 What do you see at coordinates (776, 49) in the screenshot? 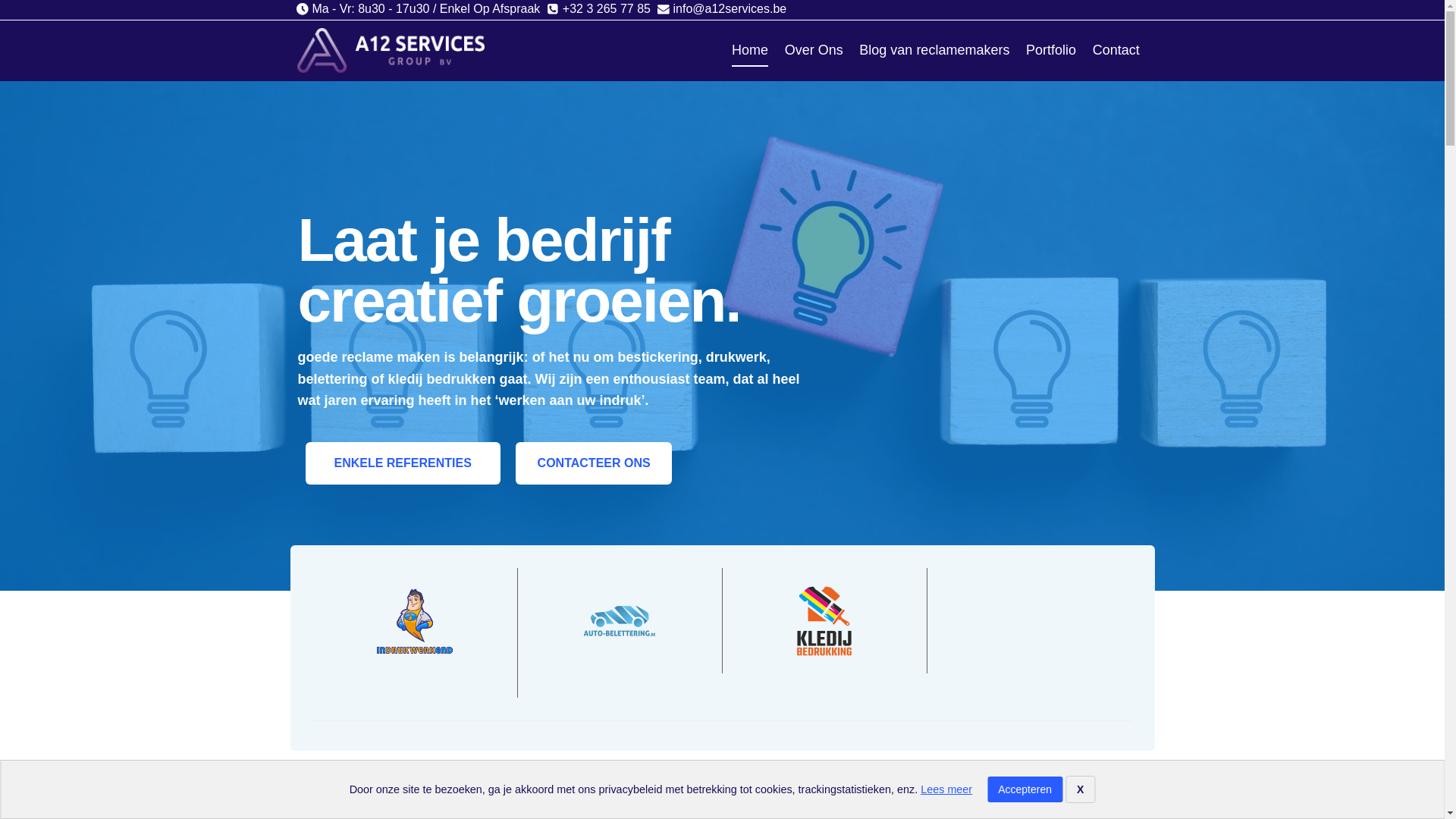
I see `'Over Ons'` at bounding box center [776, 49].